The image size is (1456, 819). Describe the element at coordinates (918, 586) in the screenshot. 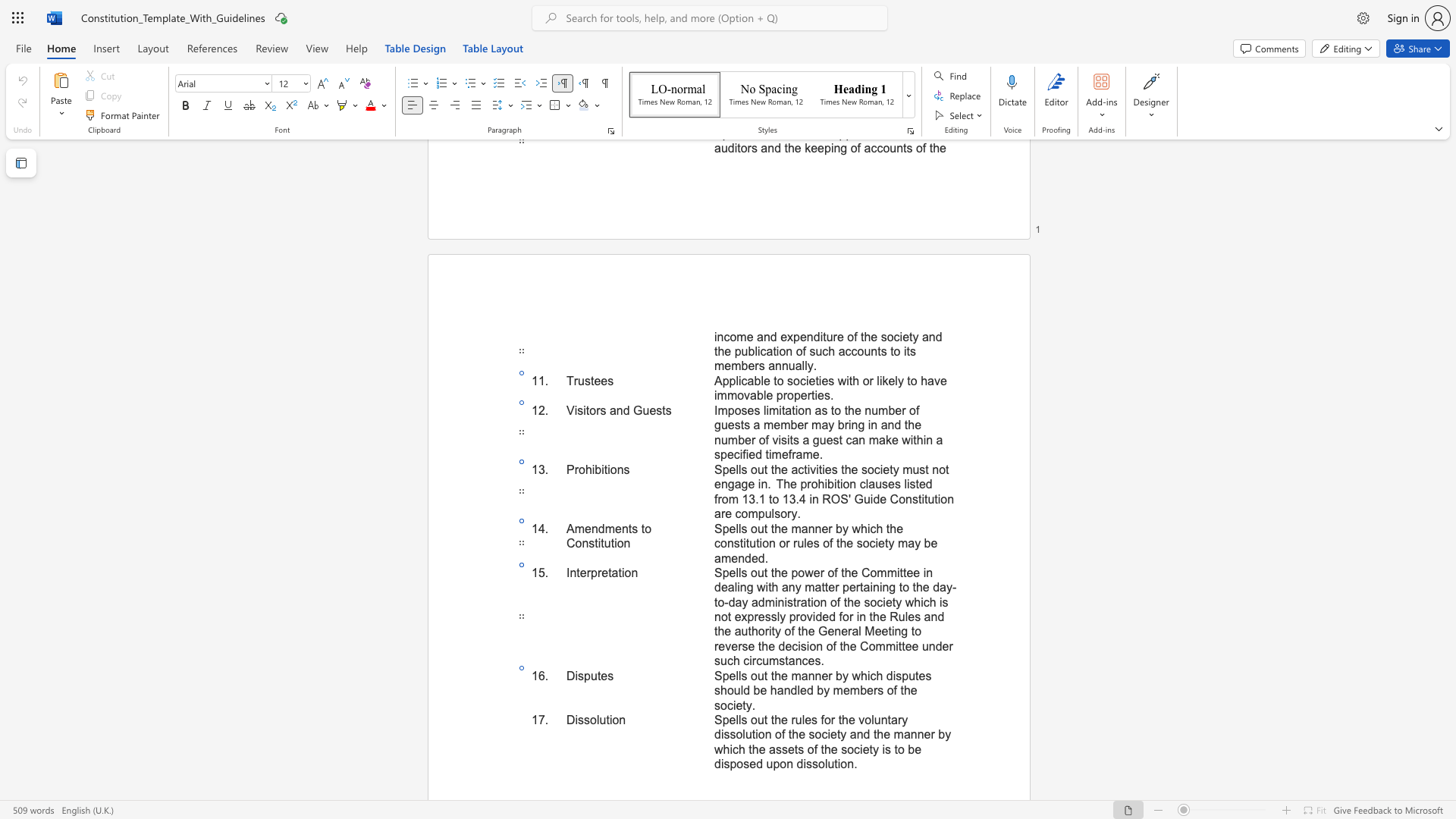

I see `the 4th character "h" in the text` at that location.